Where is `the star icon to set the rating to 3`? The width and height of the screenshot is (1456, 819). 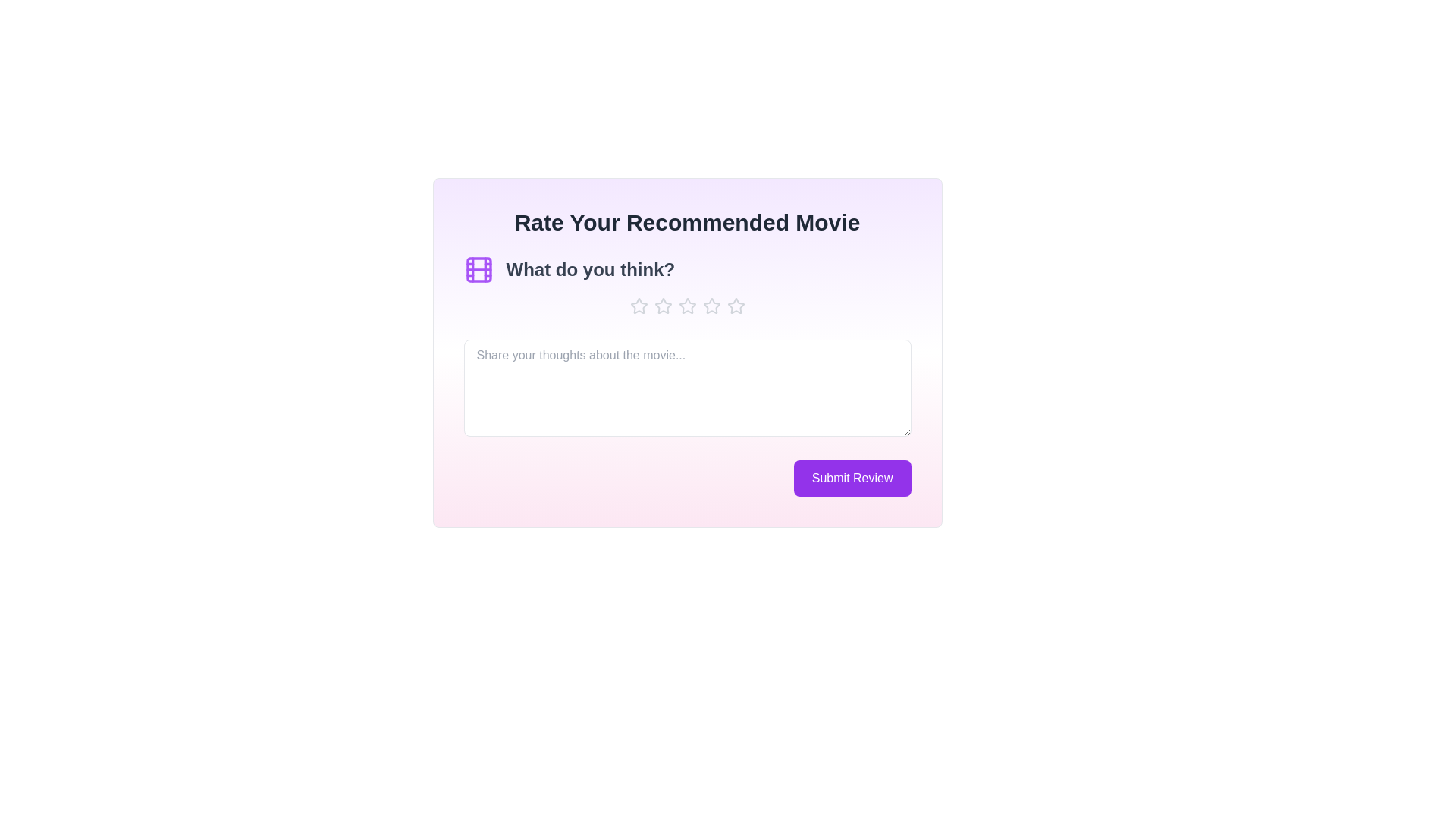 the star icon to set the rating to 3 is located at coordinates (686, 306).